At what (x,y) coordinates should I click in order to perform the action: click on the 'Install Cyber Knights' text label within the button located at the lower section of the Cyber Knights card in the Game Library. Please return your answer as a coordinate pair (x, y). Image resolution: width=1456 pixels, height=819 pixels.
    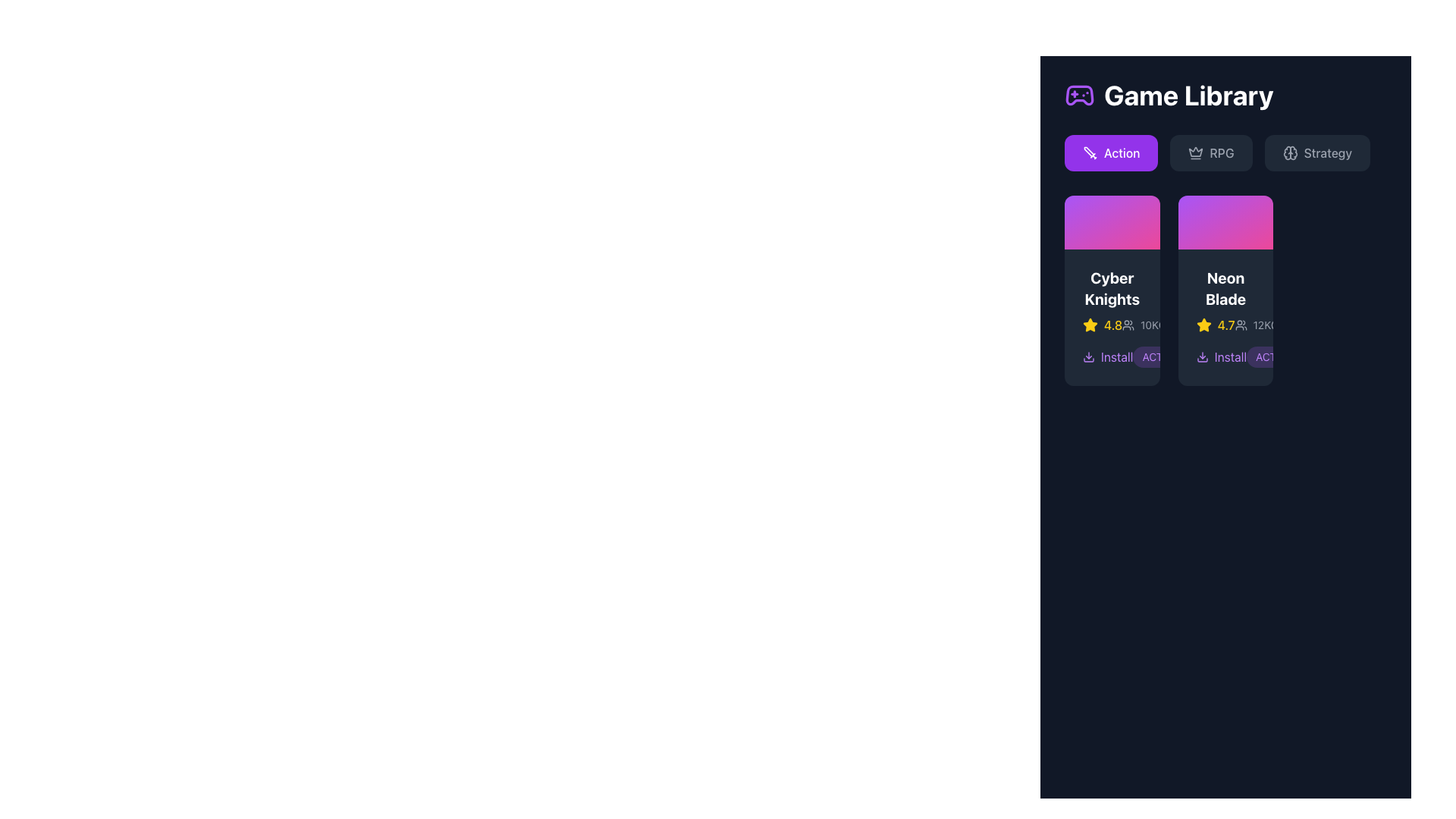
    Looking at the image, I should click on (1117, 356).